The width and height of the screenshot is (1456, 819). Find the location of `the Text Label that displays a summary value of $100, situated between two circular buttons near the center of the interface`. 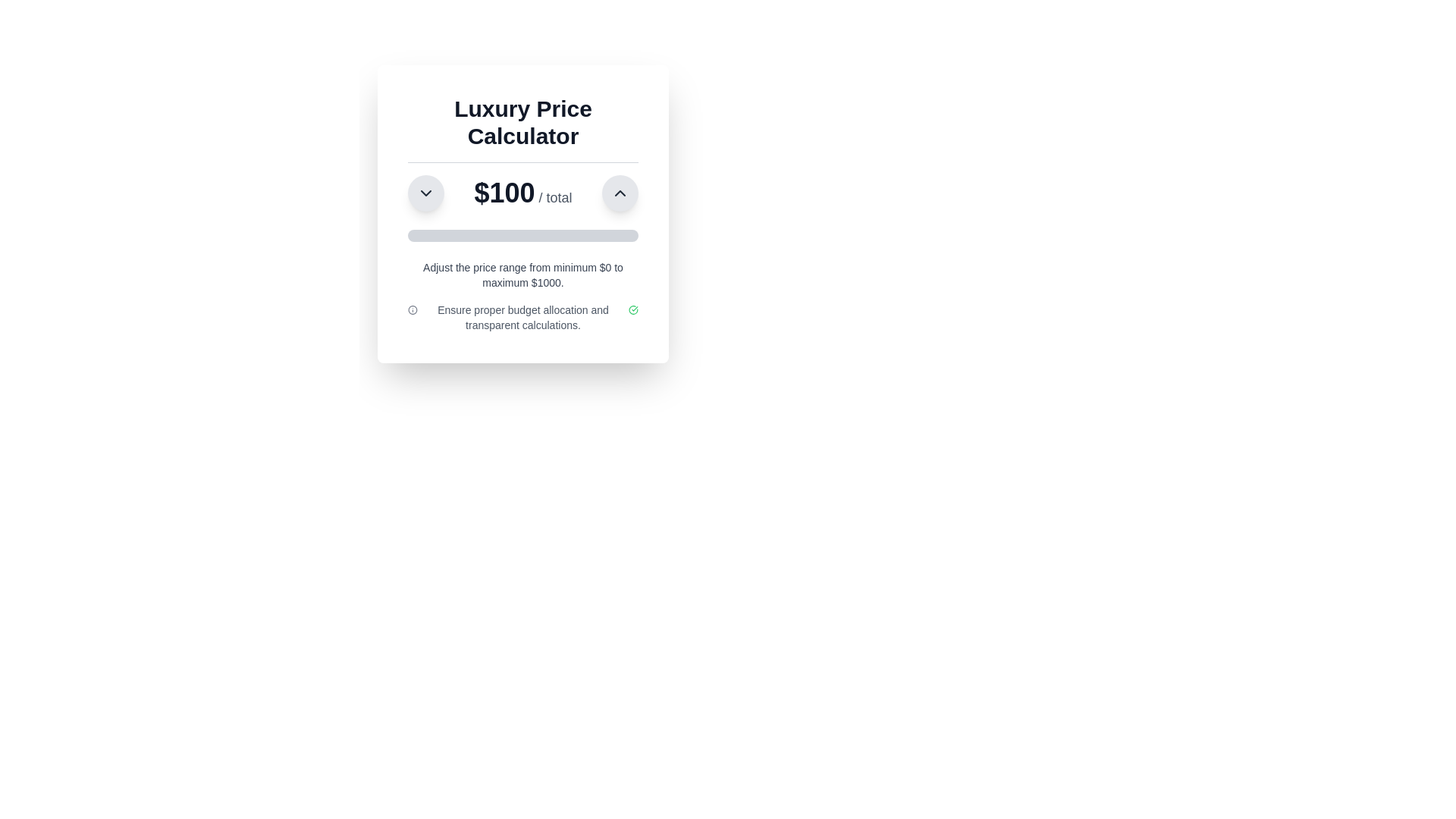

the Text Label that displays a summary value of $100, situated between two circular buttons near the center of the interface is located at coordinates (523, 192).